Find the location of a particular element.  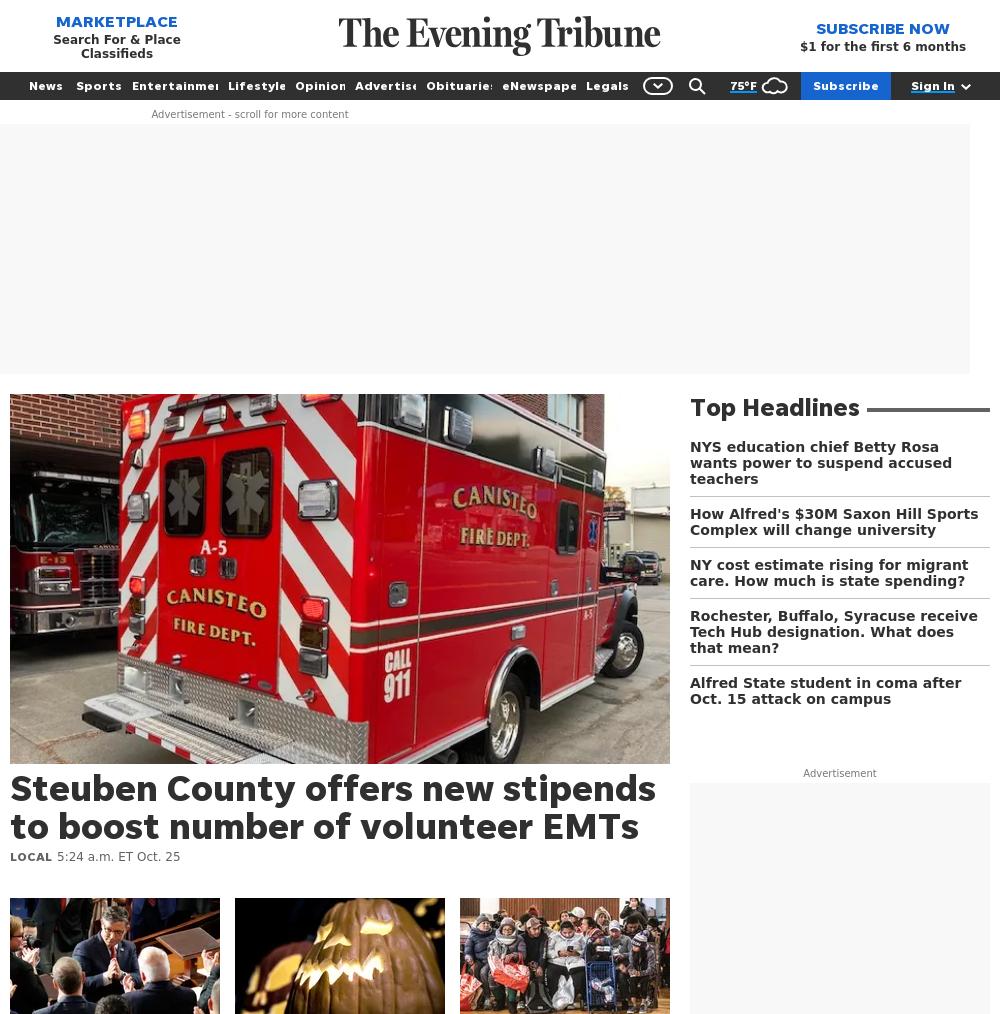

'Obituaries' is located at coordinates (460, 84).